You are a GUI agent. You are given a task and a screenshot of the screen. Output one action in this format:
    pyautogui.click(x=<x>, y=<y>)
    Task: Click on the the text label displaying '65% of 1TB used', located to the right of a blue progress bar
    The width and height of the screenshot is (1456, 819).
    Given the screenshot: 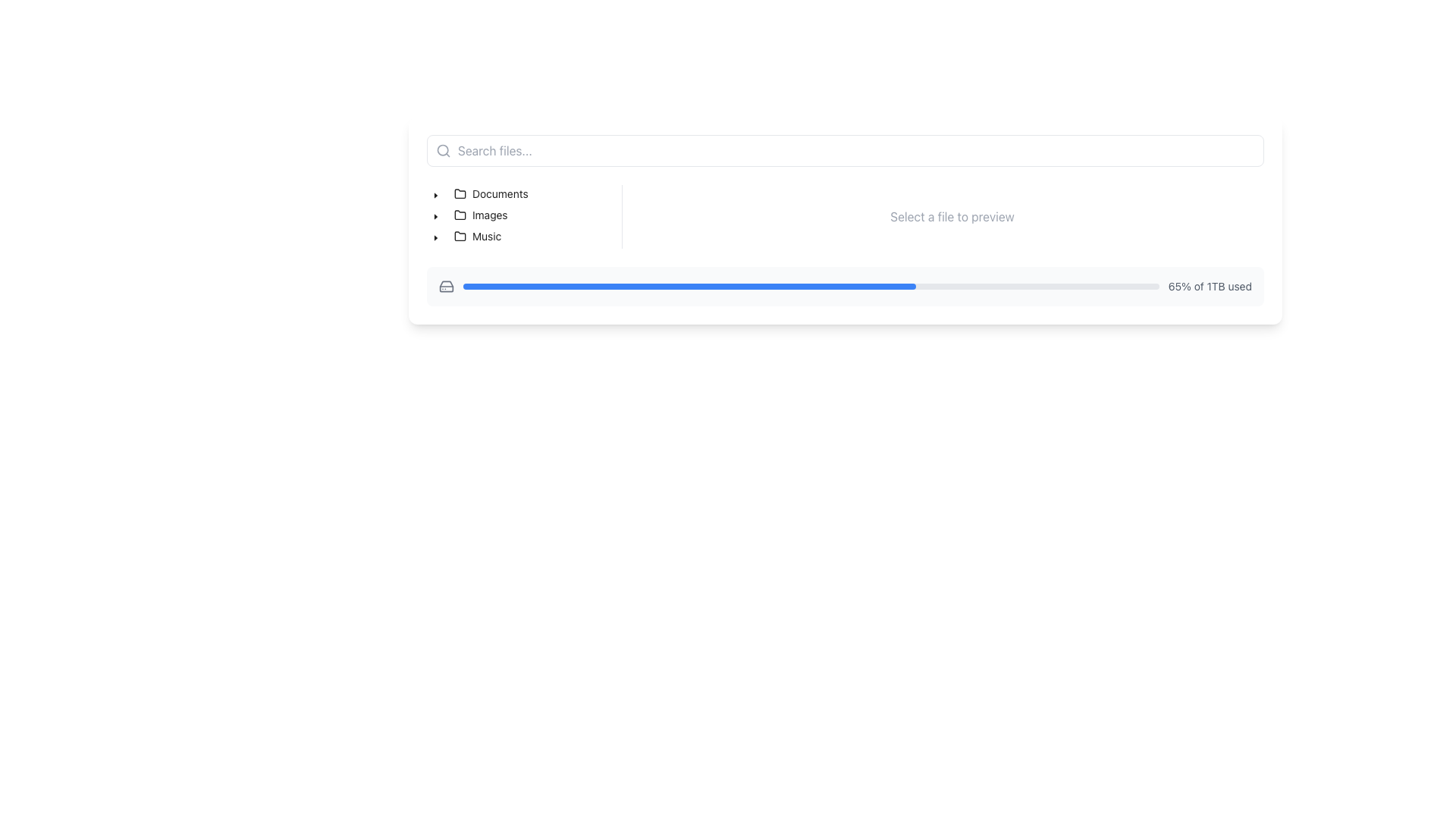 What is the action you would take?
    pyautogui.click(x=1209, y=287)
    